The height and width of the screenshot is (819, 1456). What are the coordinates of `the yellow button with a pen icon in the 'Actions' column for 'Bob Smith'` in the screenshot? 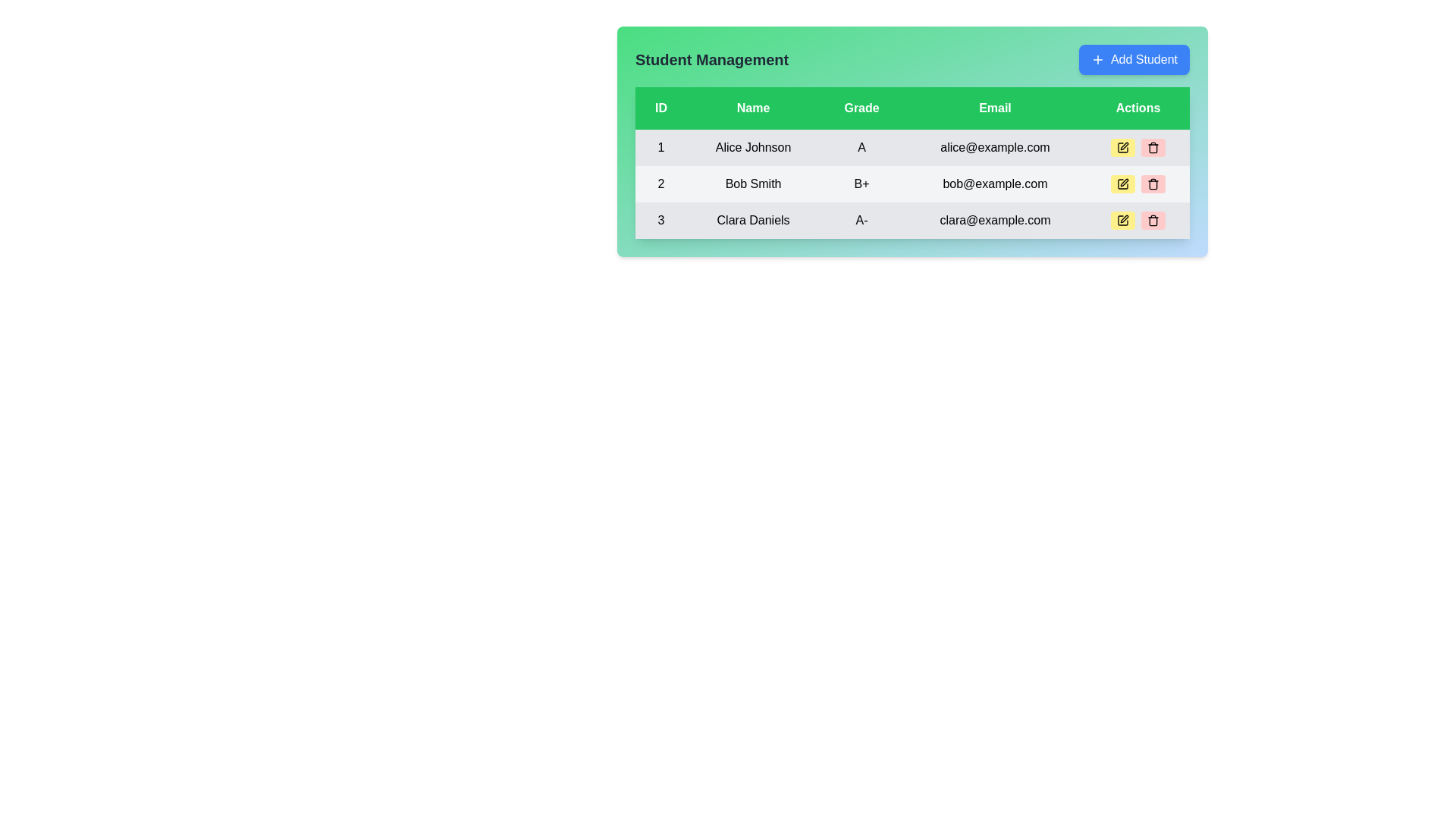 It's located at (1122, 184).